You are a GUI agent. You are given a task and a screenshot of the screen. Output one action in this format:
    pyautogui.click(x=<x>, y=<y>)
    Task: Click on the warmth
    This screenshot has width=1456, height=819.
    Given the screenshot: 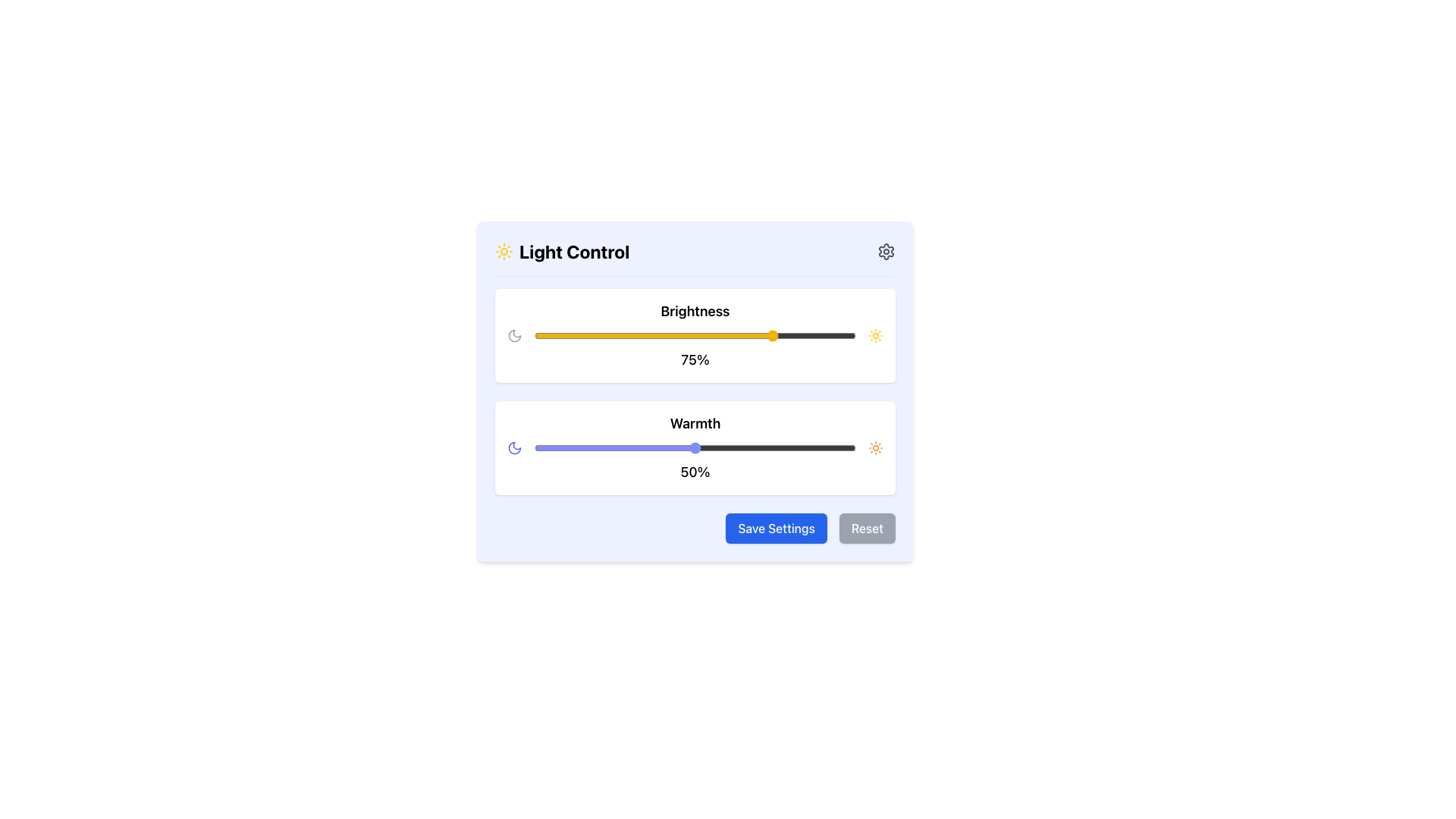 What is the action you would take?
    pyautogui.click(x=660, y=447)
    